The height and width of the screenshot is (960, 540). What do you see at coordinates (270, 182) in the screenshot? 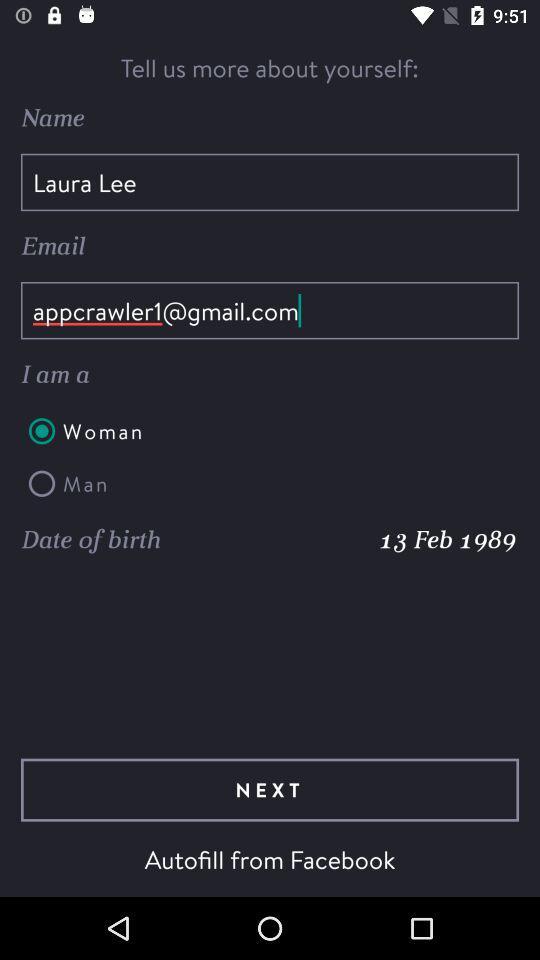
I see `laura lee` at bounding box center [270, 182].